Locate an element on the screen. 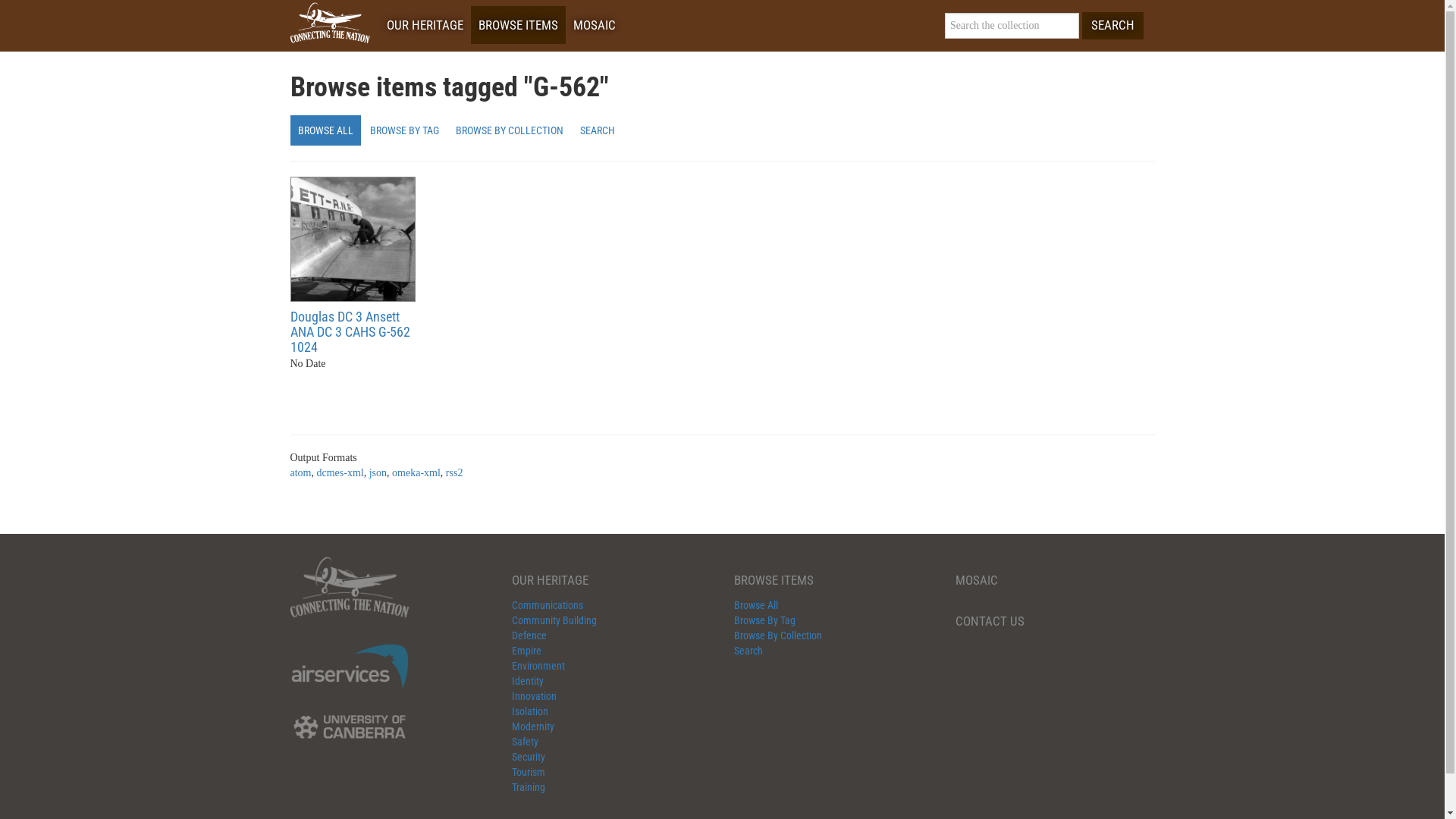 The width and height of the screenshot is (1456, 819). 'Innovation' is located at coordinates (534, 696).